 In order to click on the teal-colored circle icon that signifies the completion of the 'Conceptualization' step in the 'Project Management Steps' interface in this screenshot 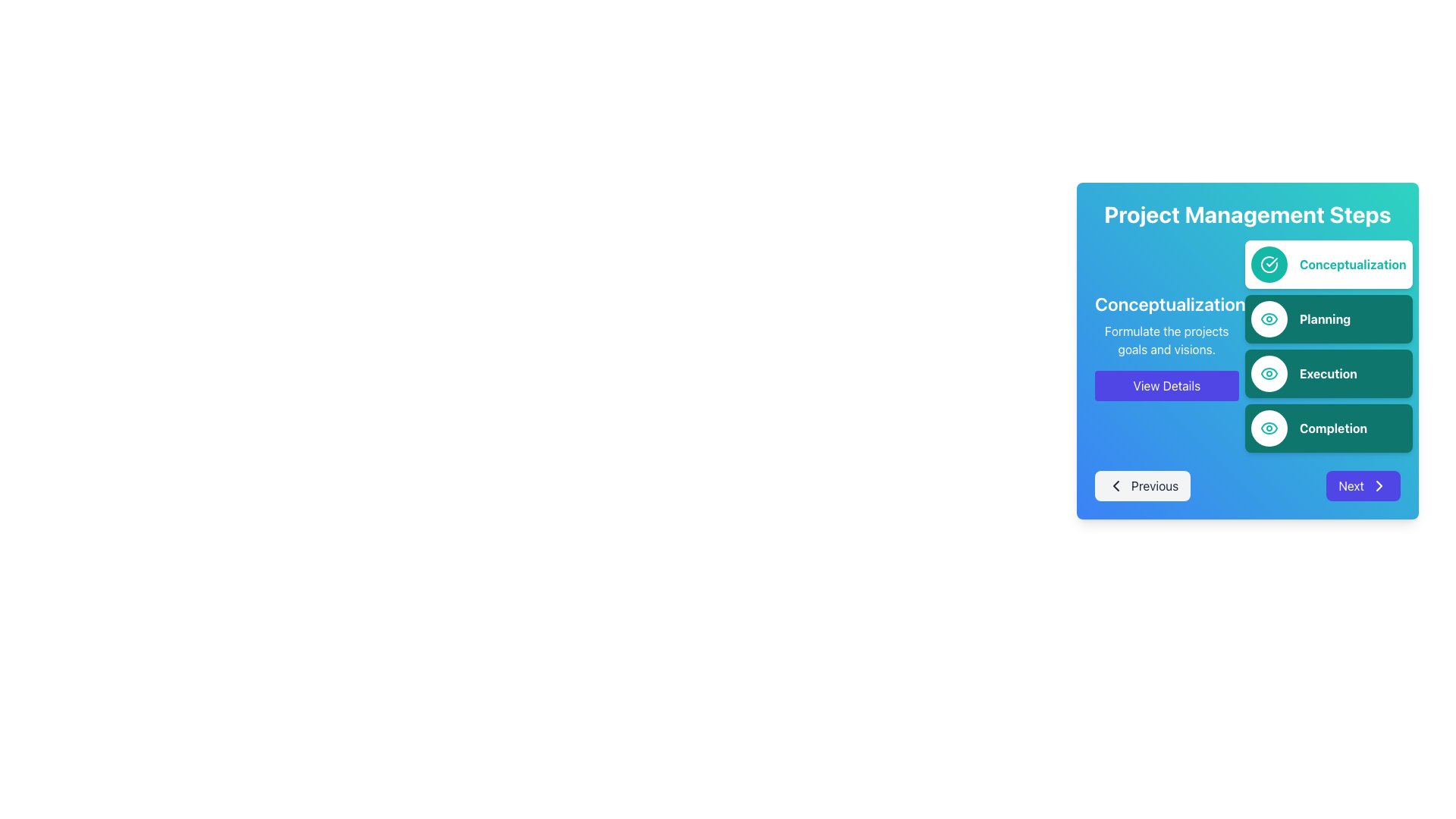, I will do `click(1269, 263)`.